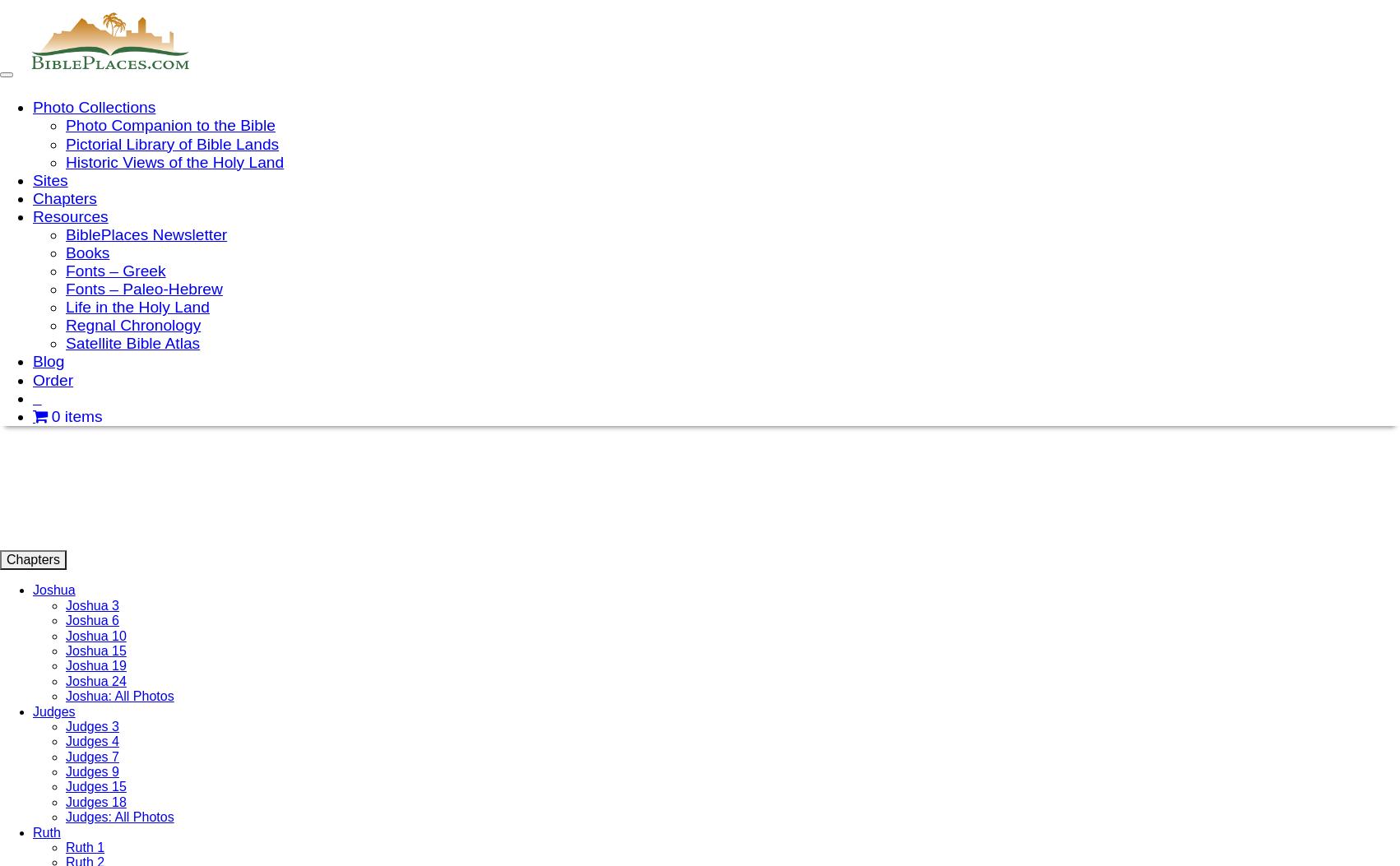 This screenshot has width=1400, height=866. I want to click on 'Photo Collections', so click(94, 107).